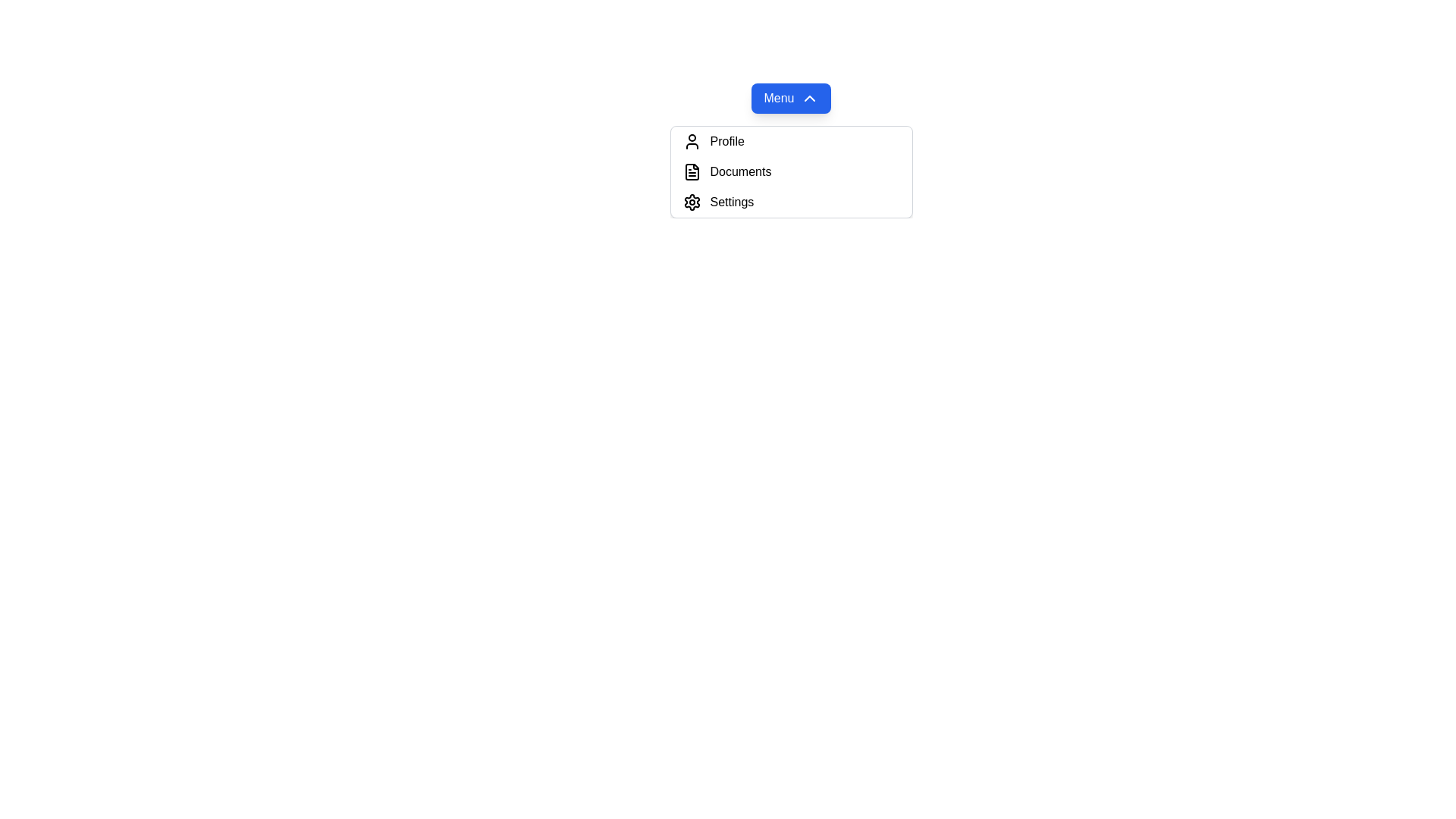  I want to click on the blue 'Menu' button with white text and a chevron-up icon, so click(790, 99).